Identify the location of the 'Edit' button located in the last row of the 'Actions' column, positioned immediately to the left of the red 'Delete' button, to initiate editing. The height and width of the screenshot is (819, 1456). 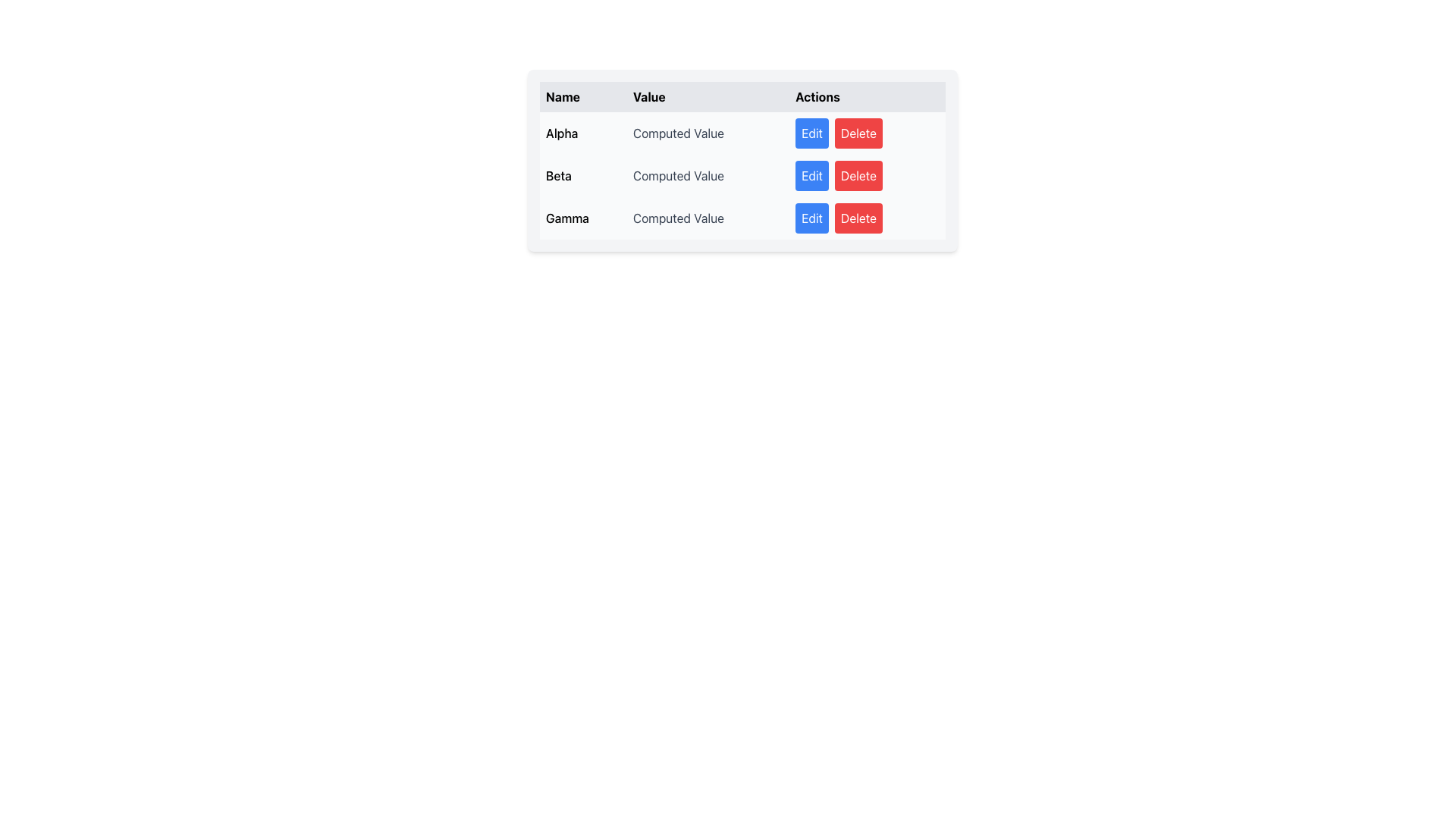
(811, 218).